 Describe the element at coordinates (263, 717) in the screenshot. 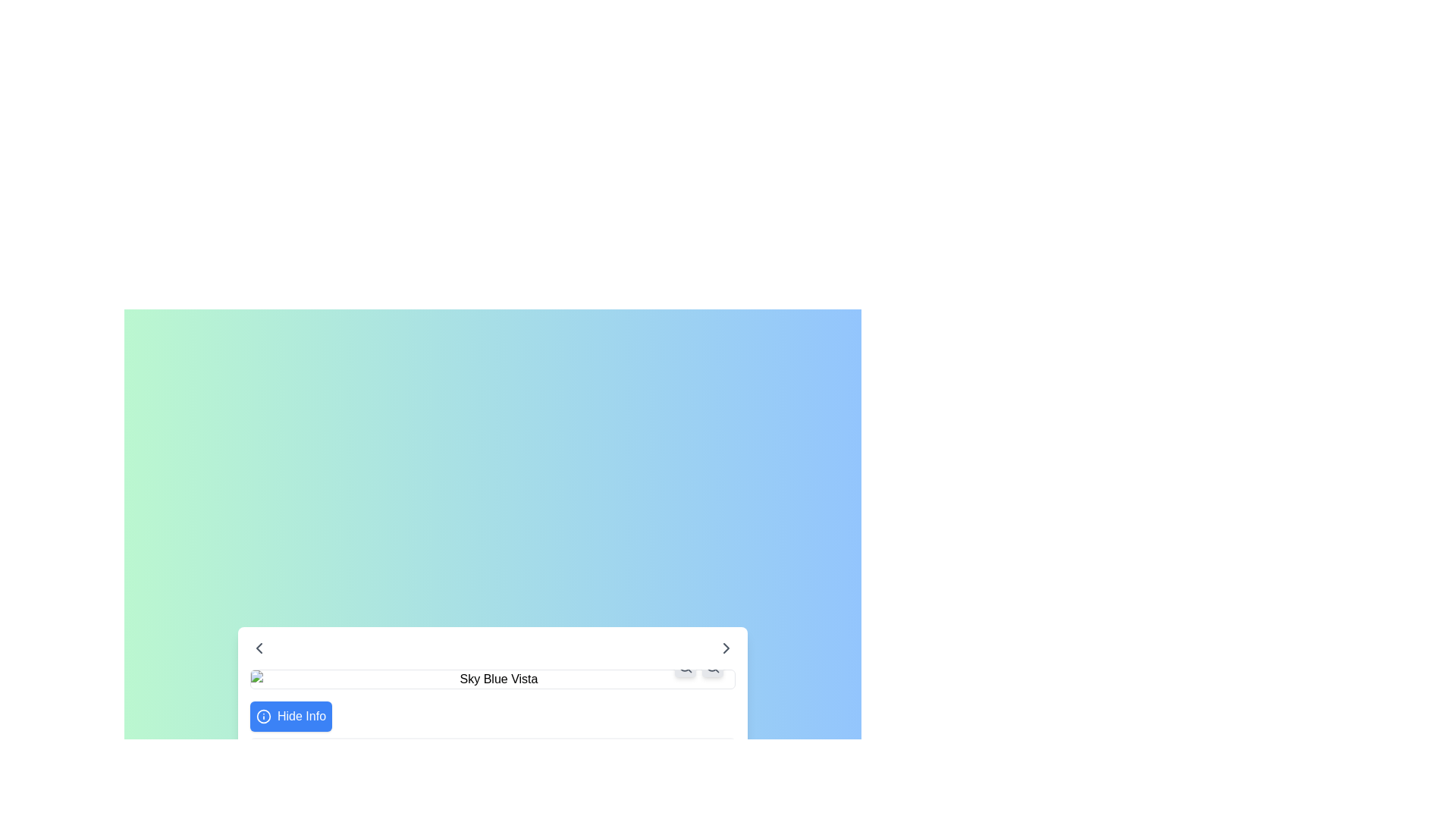

I see `the circular graphical element that forms the base of the information icon, located at the bottom left corner of the content section, adjacent to the 'Hide Info' button` at that location.